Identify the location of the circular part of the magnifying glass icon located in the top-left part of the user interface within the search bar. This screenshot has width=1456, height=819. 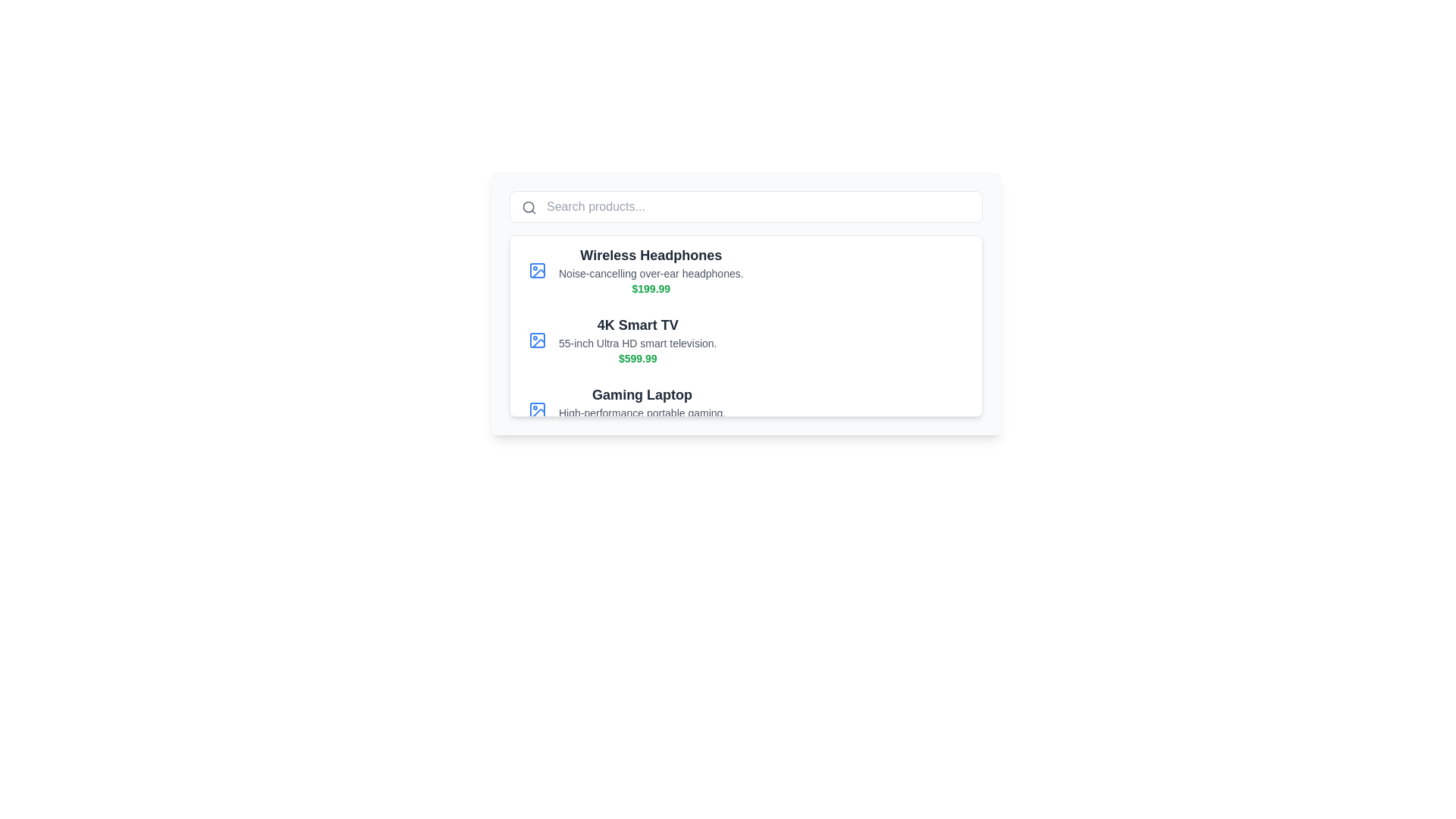
(529, 207).